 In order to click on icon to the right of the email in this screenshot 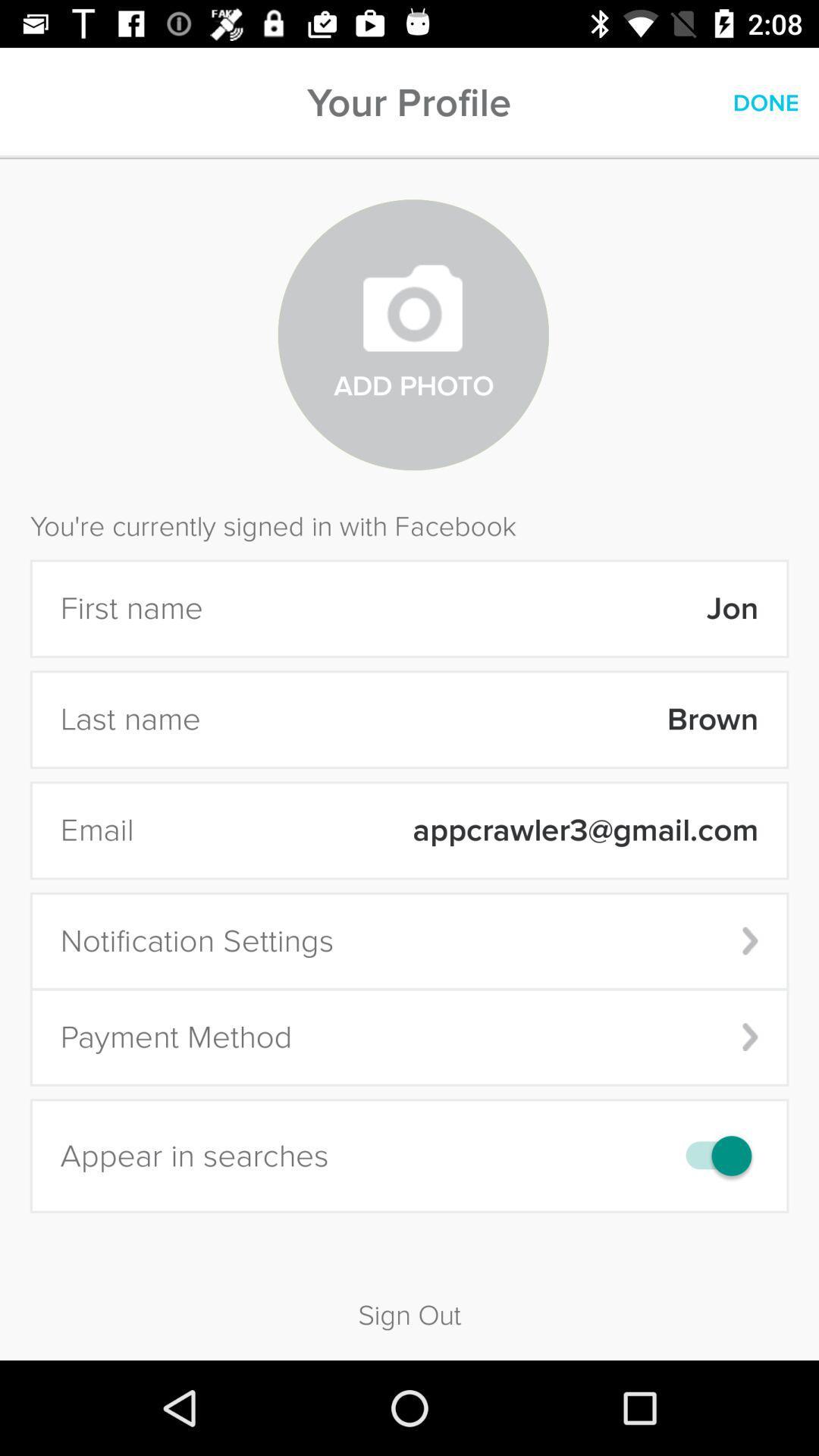, I will do `click(455, 830)`.